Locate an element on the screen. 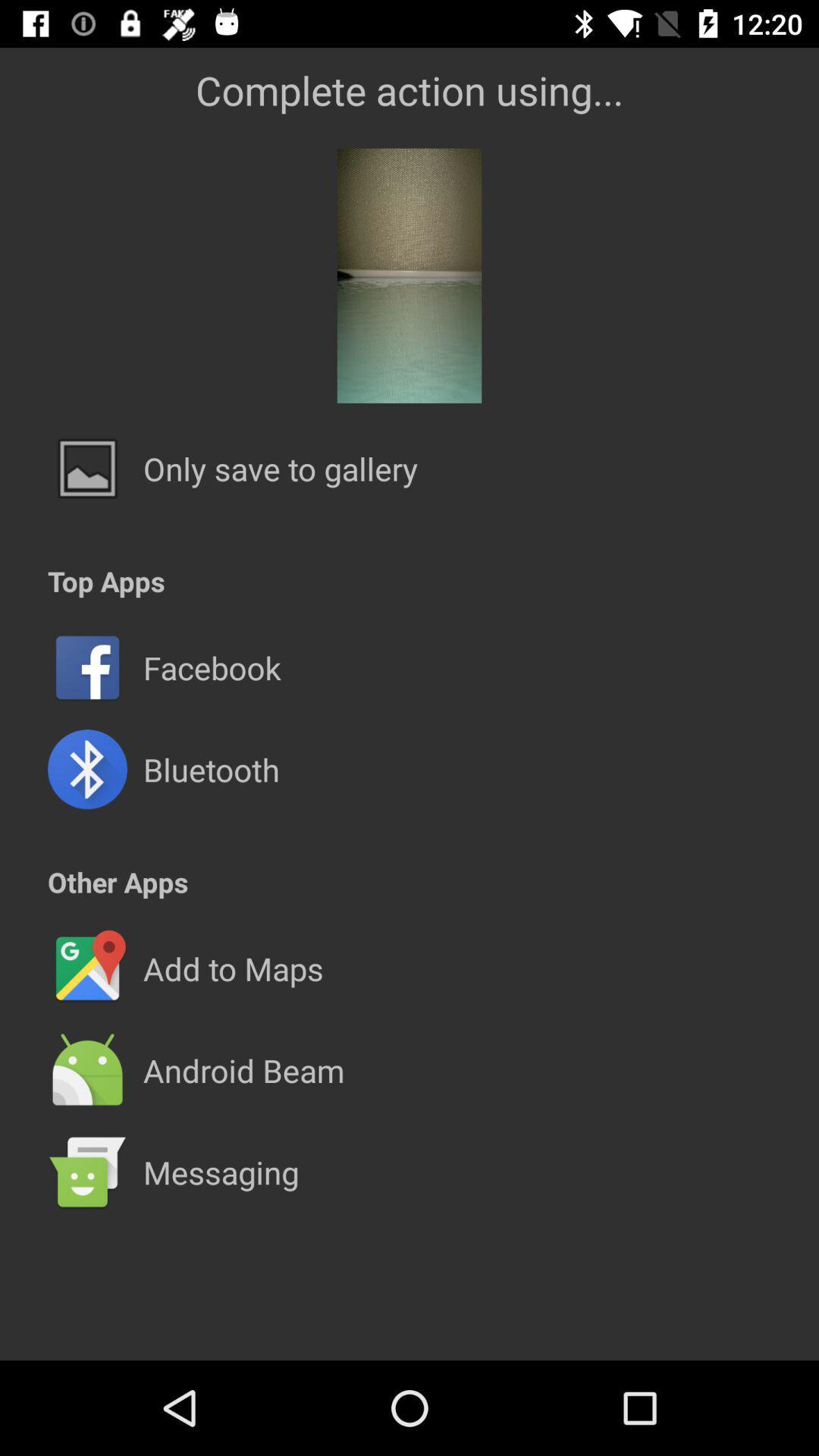 The width and height of the screenshot is (819, 1456). bluetooth icon is located at coordinates (211, 769).